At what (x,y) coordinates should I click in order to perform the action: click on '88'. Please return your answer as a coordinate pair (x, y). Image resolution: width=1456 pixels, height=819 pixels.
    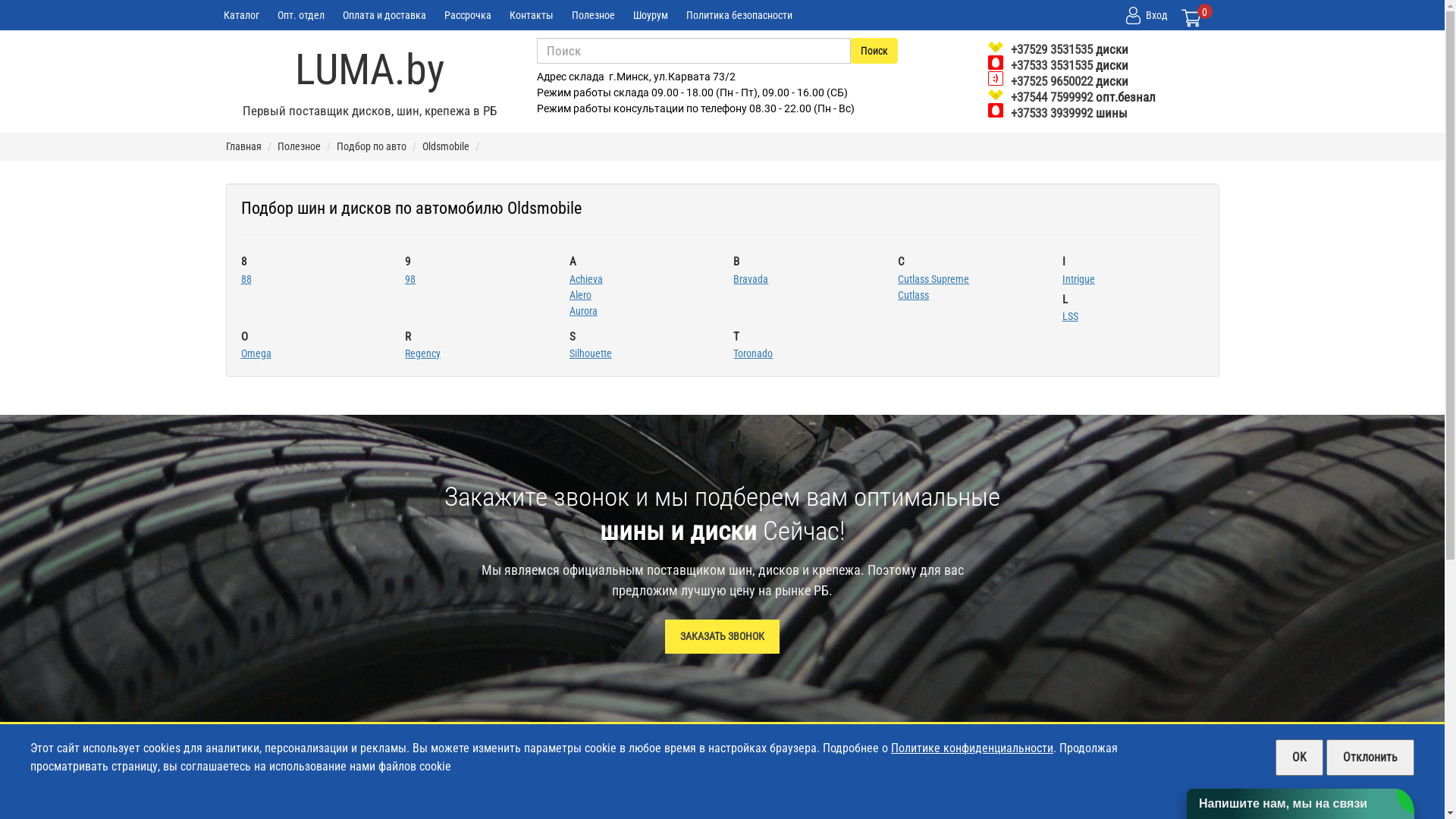
    Looking at the image, I should click on (246, 278).